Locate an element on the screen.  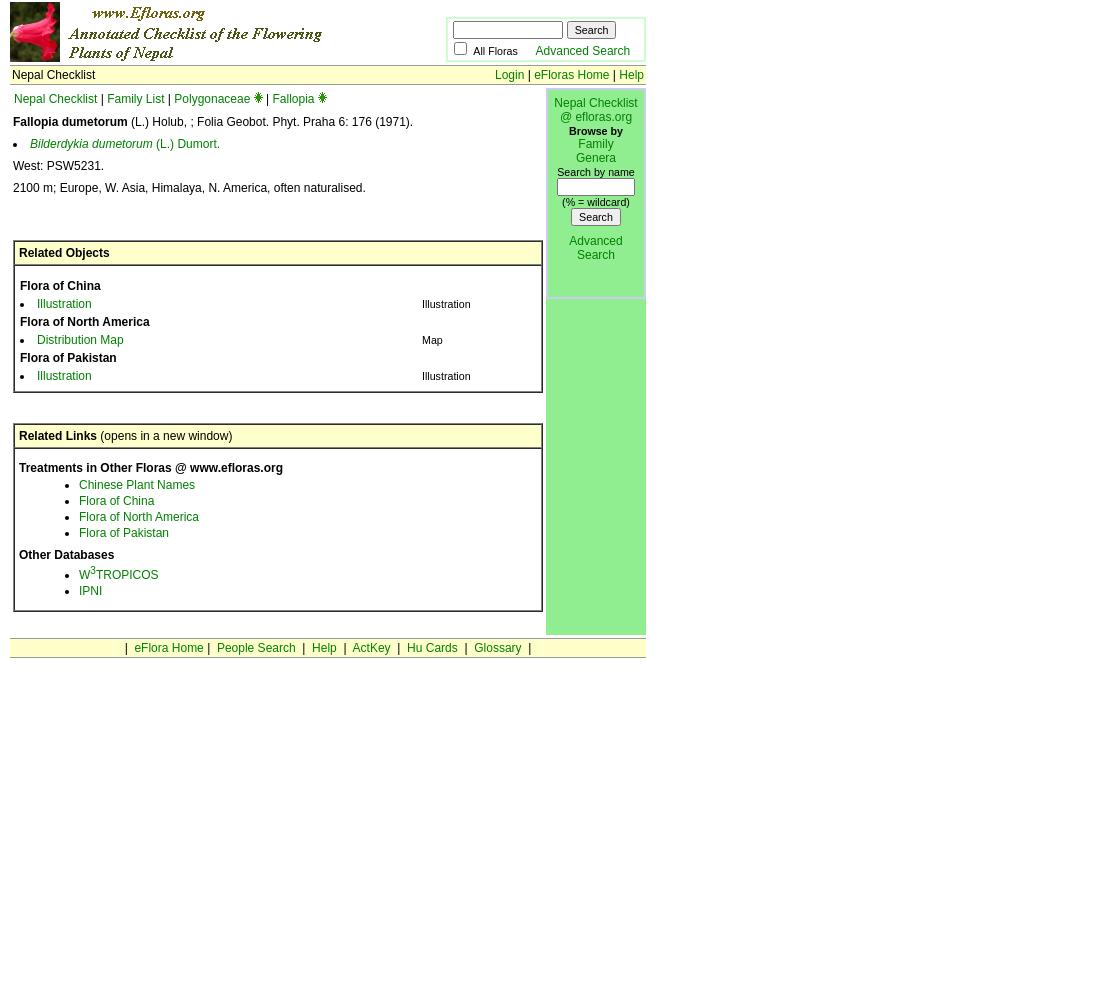
'Map' is located at coordinates (430, 339).